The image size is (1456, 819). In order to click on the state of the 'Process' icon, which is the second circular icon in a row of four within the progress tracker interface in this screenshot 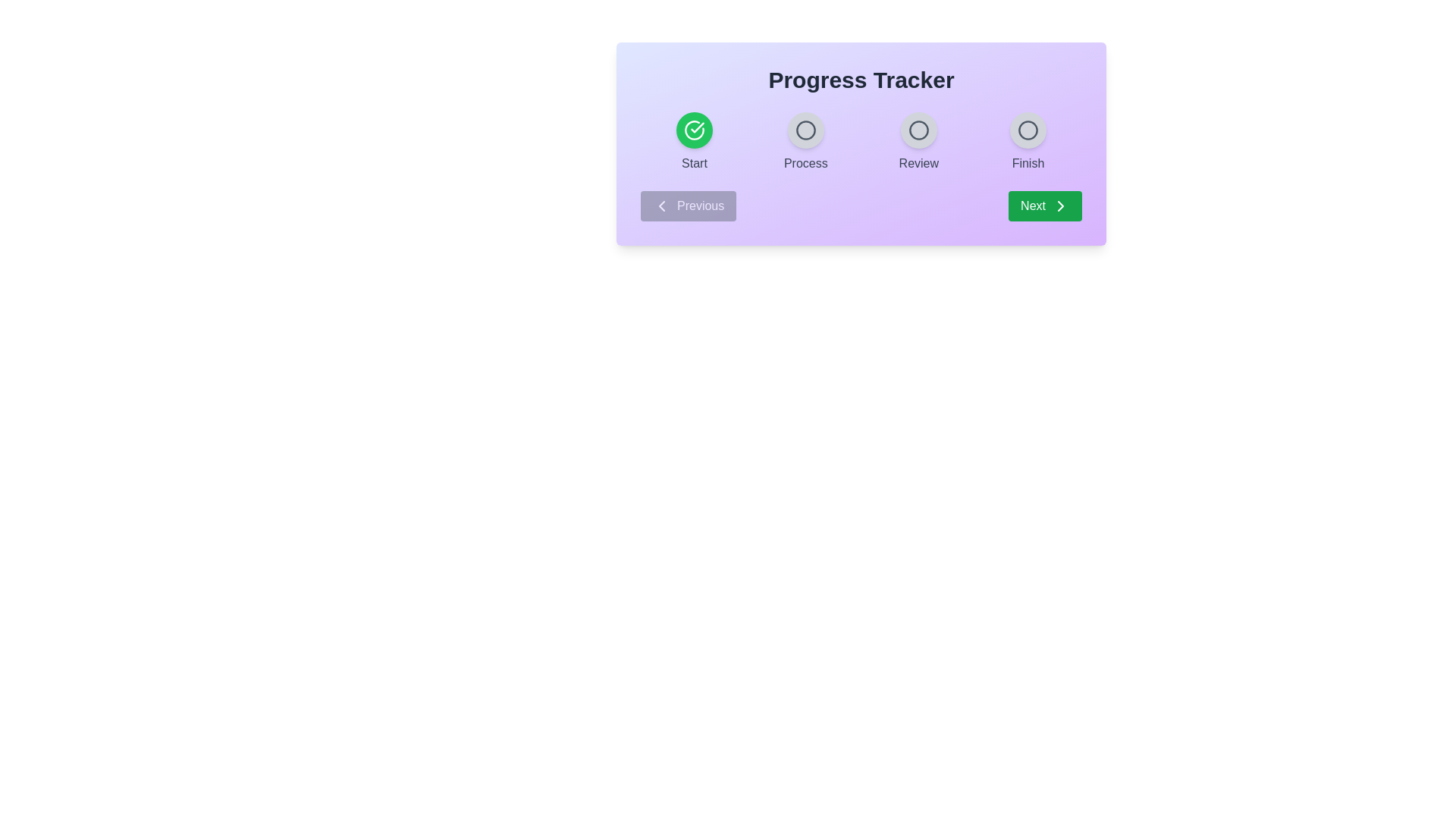, I will do `click(805, 130)`.